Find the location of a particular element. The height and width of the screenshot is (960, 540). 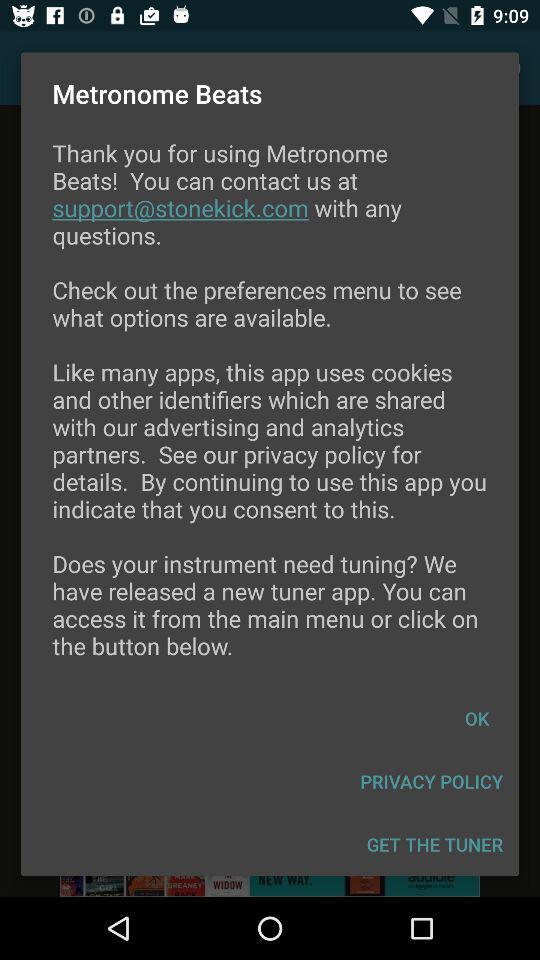

thank you for icon is located at coordinates (270, 411).